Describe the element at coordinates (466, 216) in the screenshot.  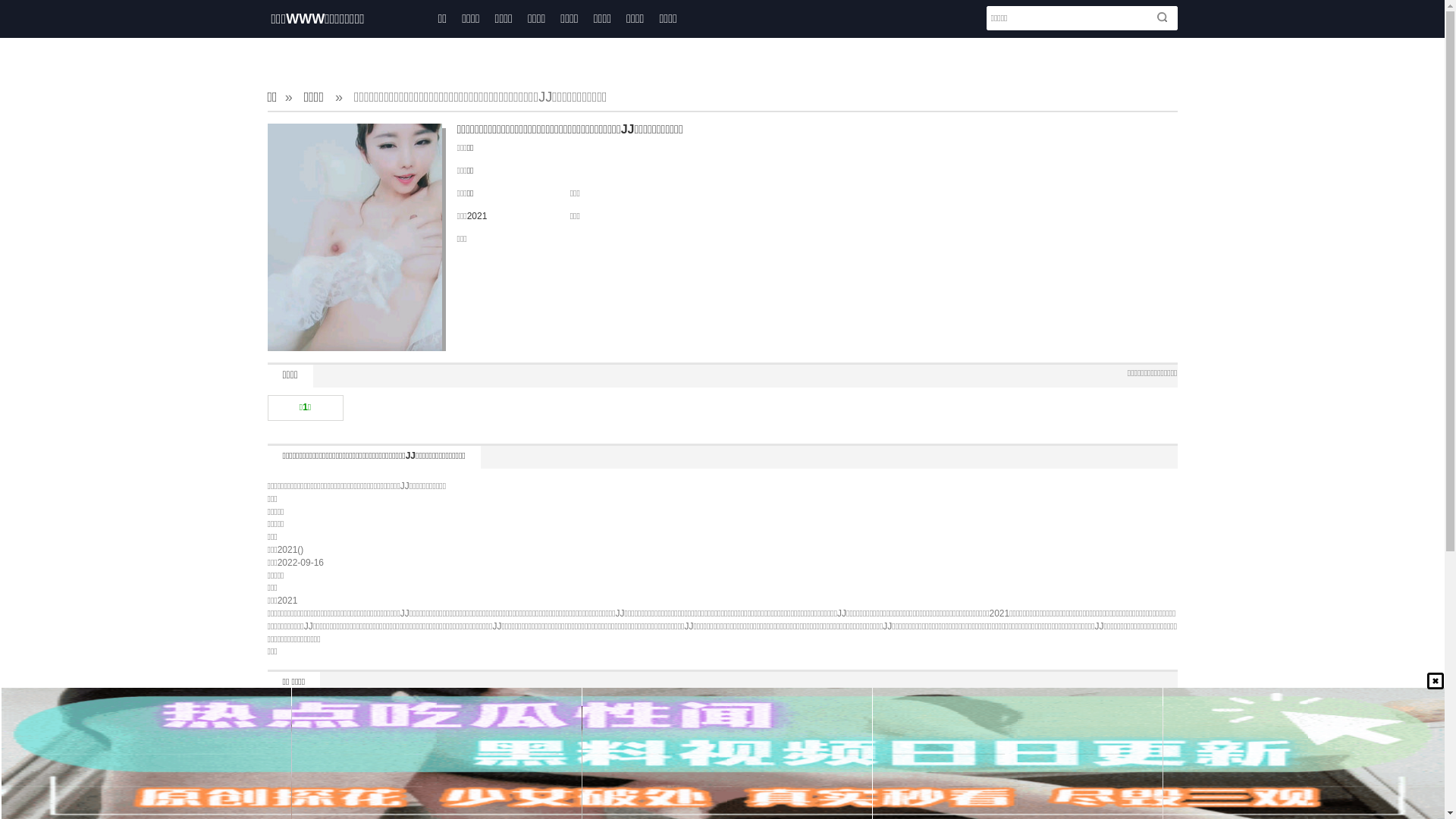
I see `'2021'` at that location.